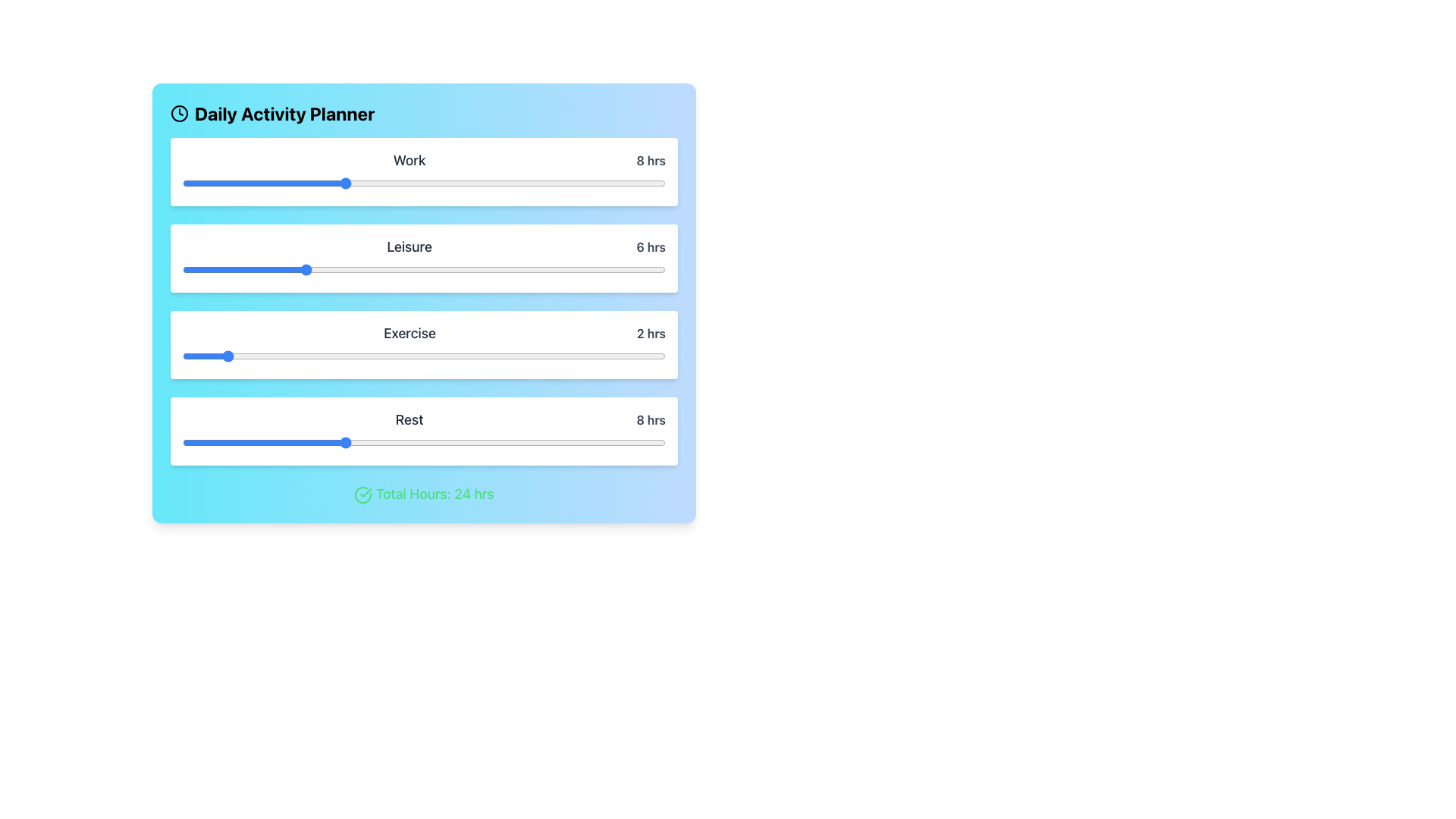  What do you see at coordinates (343, 268) in the screenshot?
I see `leisure hours` at bounding box center [343, 268].